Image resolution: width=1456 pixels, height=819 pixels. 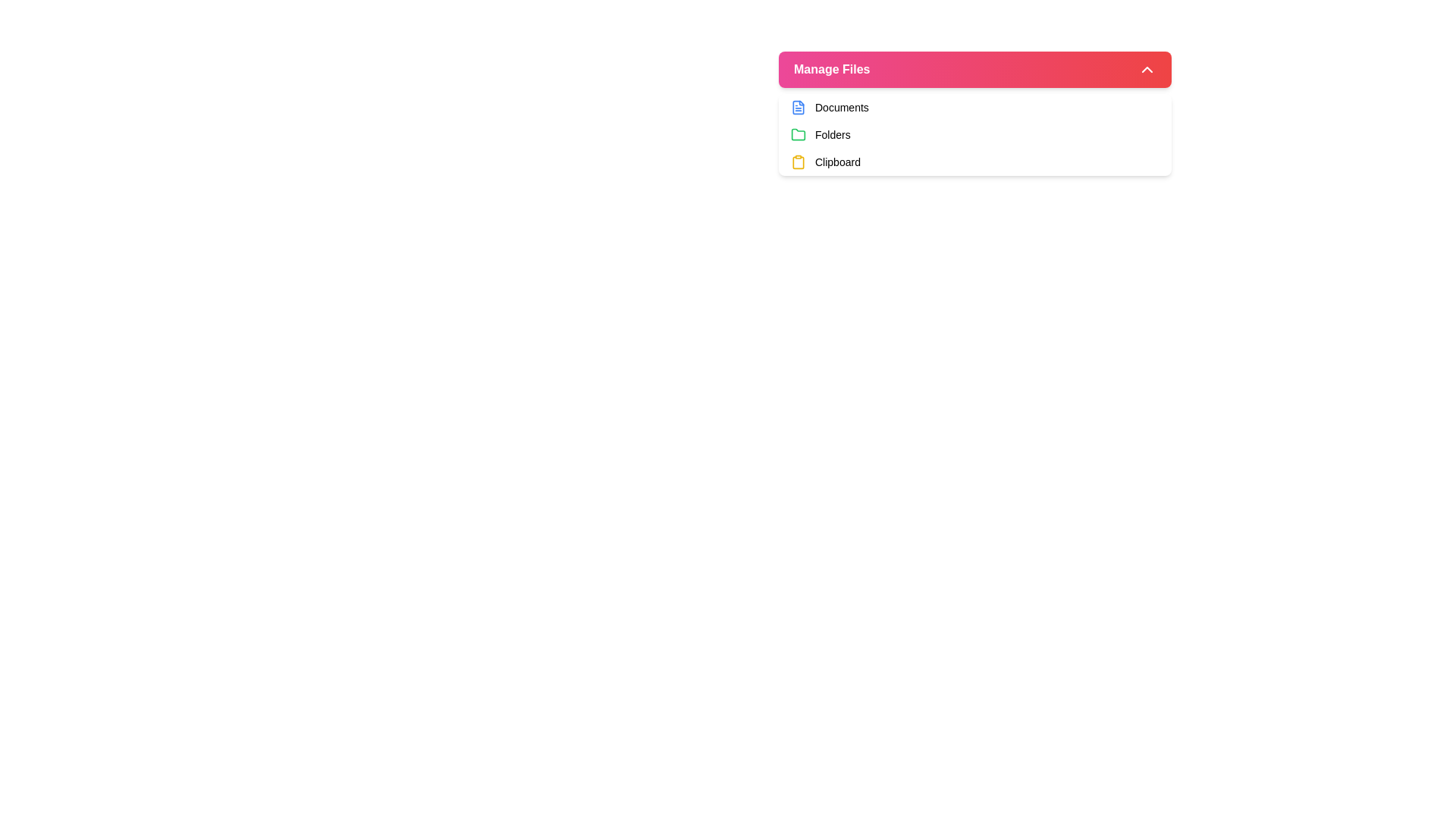 I want to click on to select the 'Clipboard' option, which is the third row in the 'Manage Files' list of options, so click(x=975, y=162).